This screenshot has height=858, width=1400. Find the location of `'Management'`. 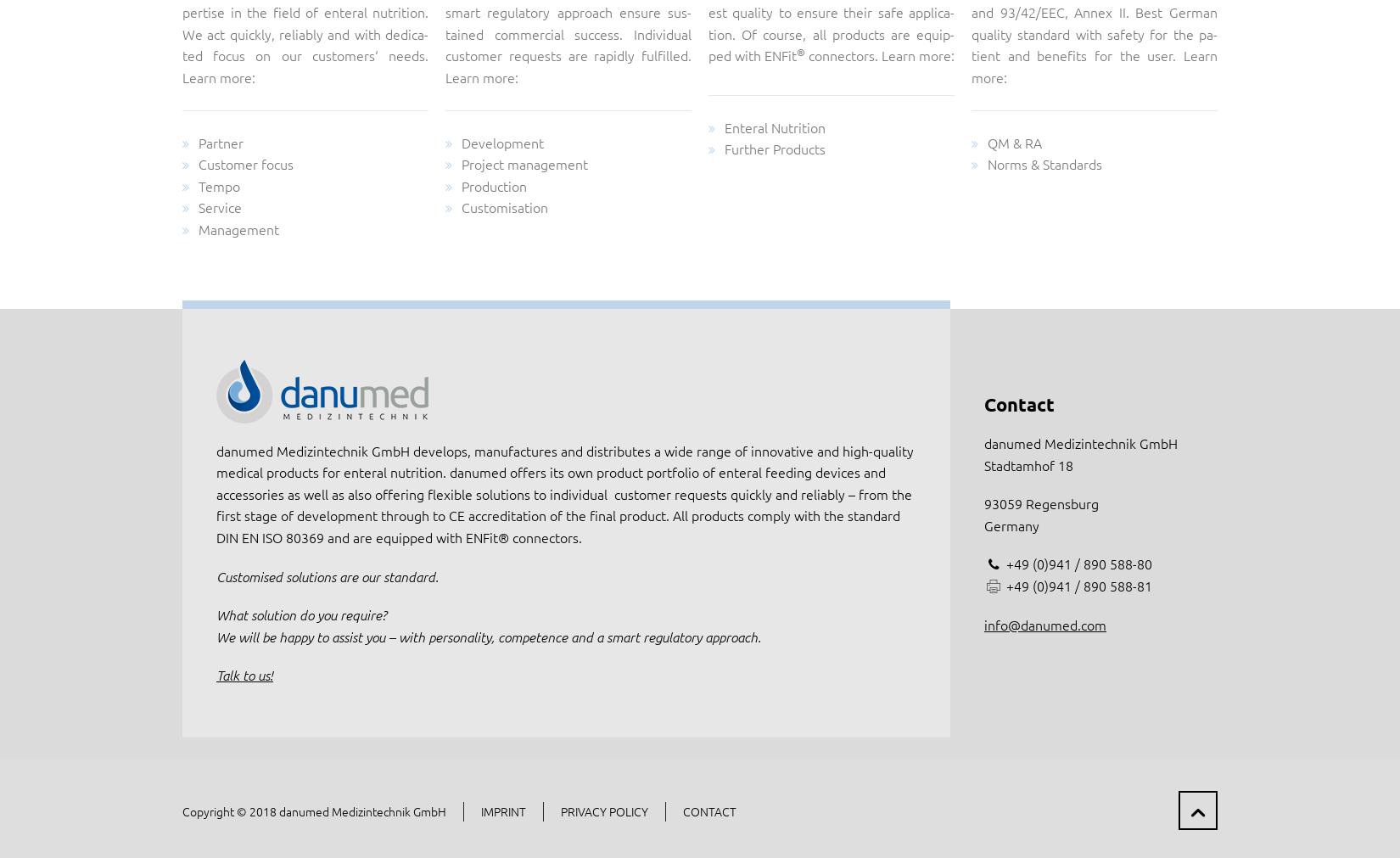

'Management' is located at coordinates (238, 229).